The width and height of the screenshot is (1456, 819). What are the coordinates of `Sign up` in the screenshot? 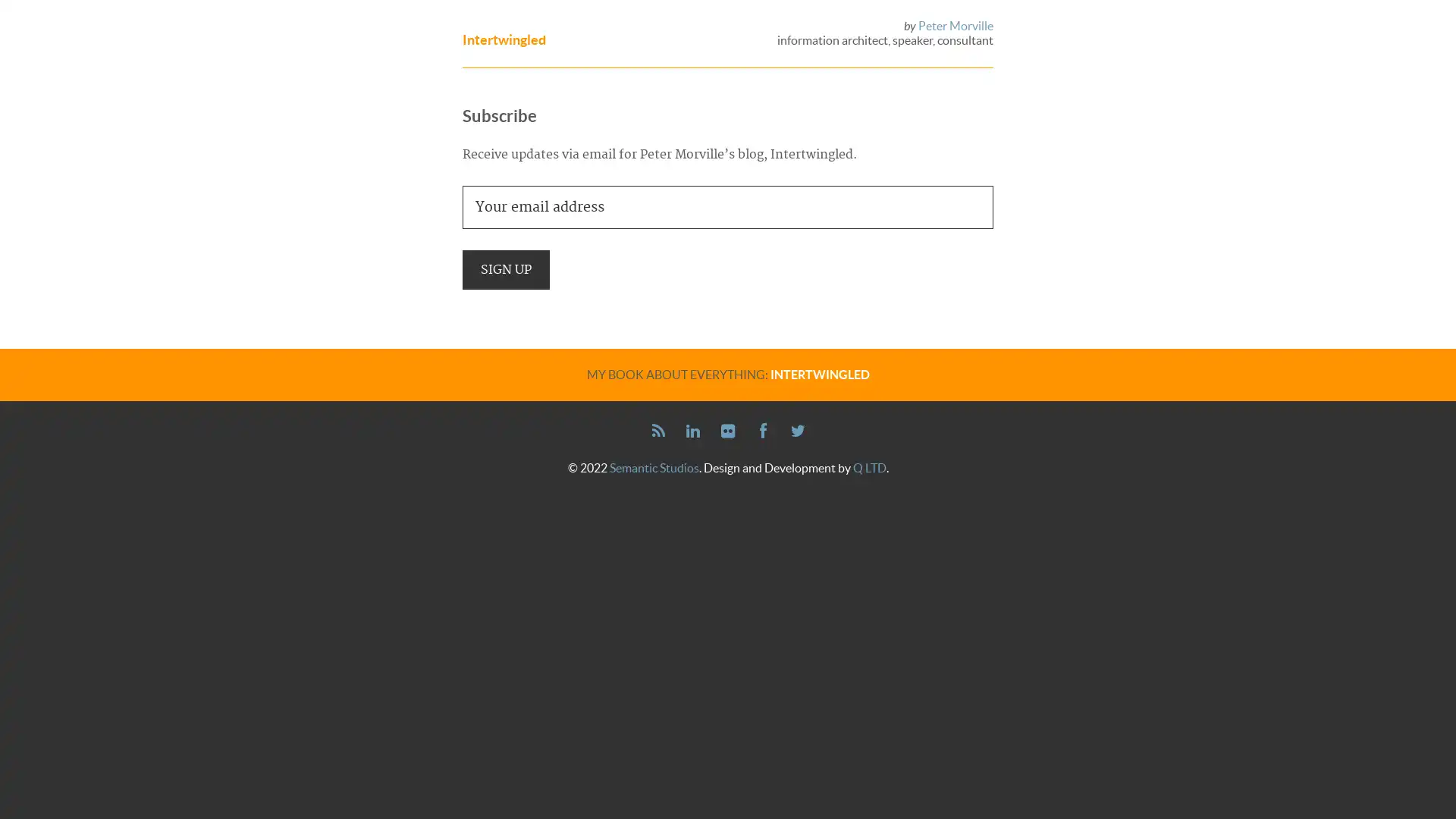 It's located at (506, 268).